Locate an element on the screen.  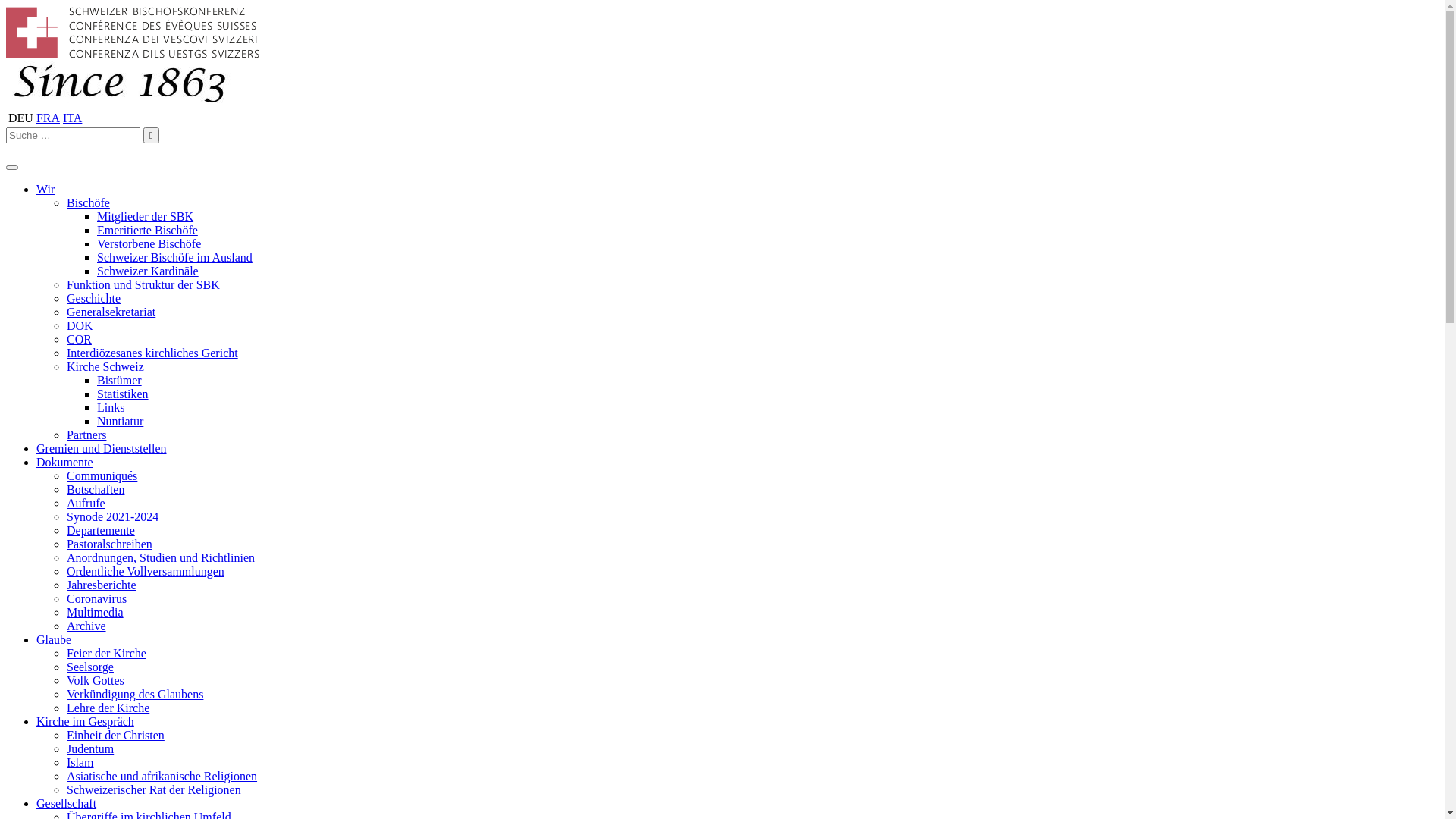
'Asiatische und afrikanische Religionen' is located at coordinates (65, 776).